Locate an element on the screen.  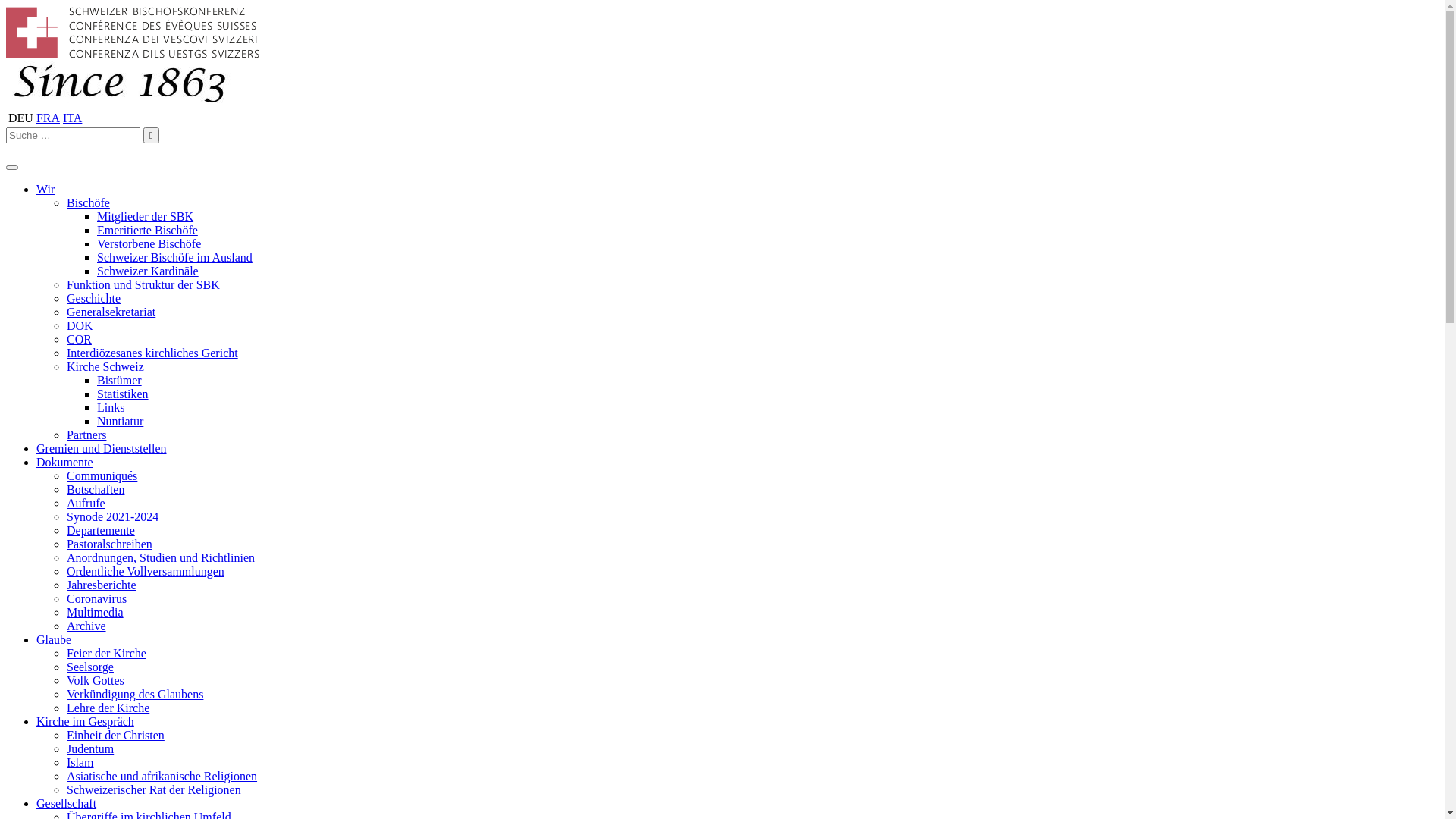
'Asiatische und afrikanische Religionen' is located at coordinates (65, 776).